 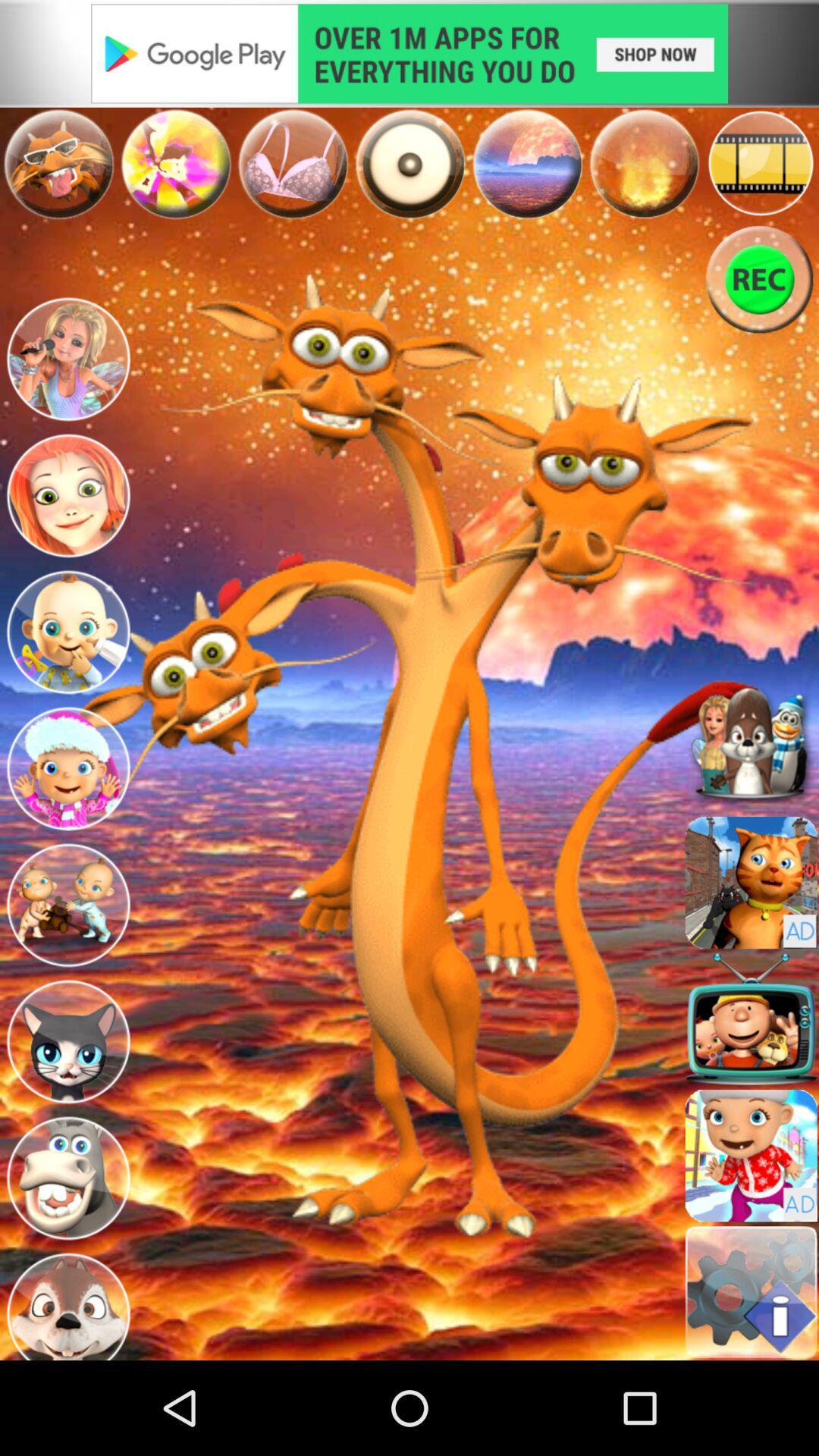 What do you see at coordinates (67, 822) in the screenshot?
I see `the avatar icon` at bounding box center [67, 822].